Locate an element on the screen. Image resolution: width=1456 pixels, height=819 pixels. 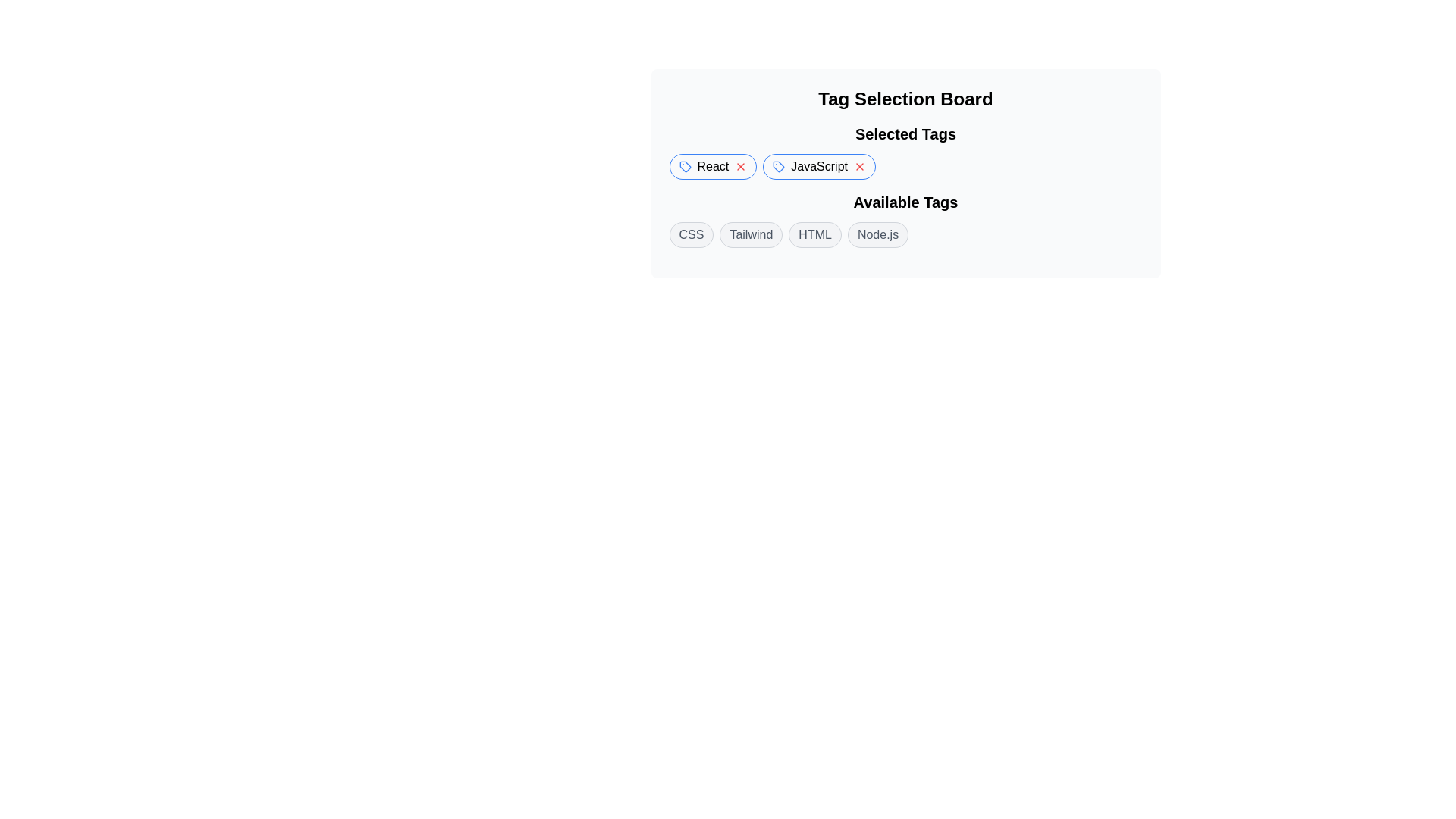
the 'Node.js' selectable tag in the 'Available Tags' section of the 'Tag Selection Board' is located at coordinates (877, 234).